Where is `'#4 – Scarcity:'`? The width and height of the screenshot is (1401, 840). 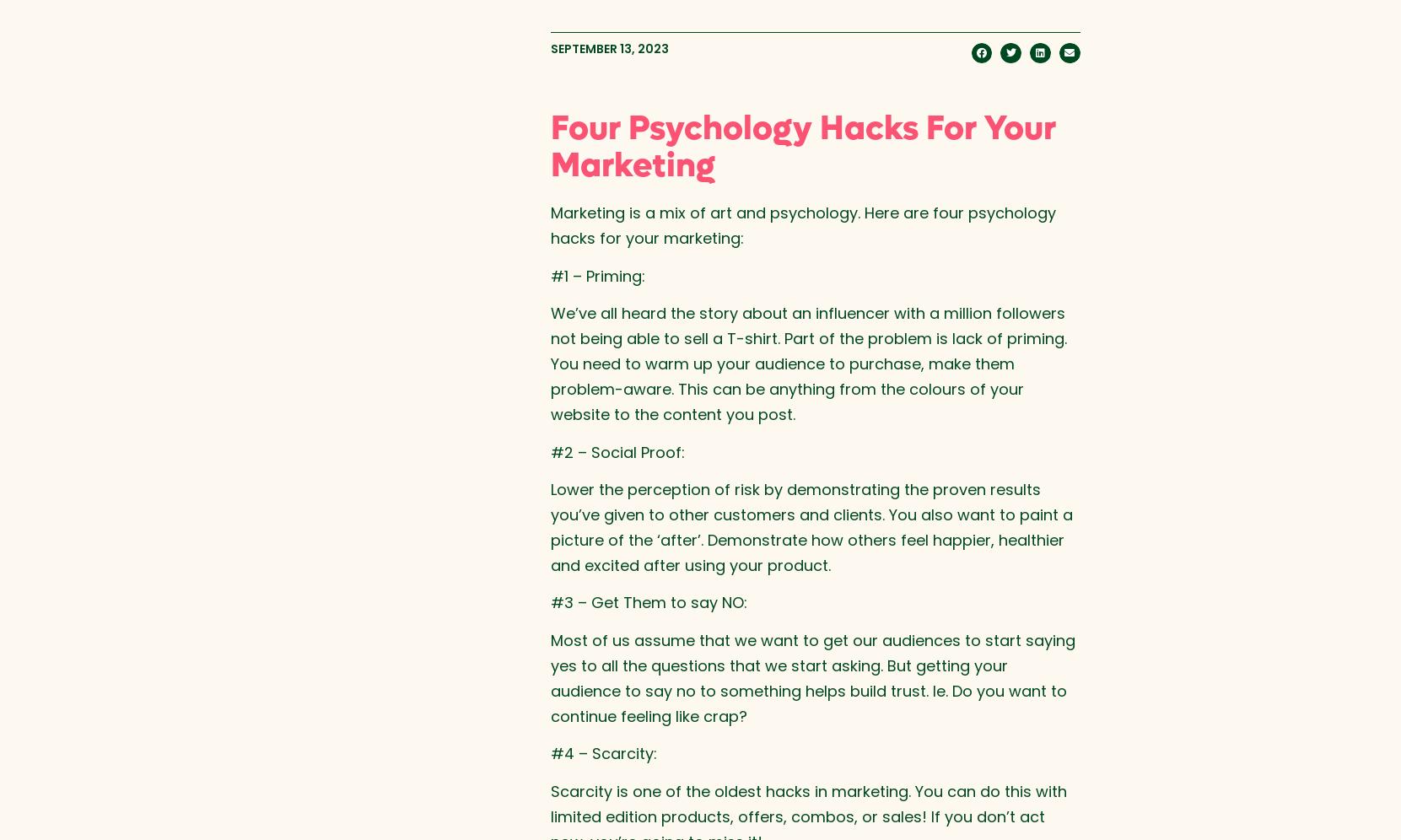
'#4 – Scarcity:' is located at coordinates (603, 752).